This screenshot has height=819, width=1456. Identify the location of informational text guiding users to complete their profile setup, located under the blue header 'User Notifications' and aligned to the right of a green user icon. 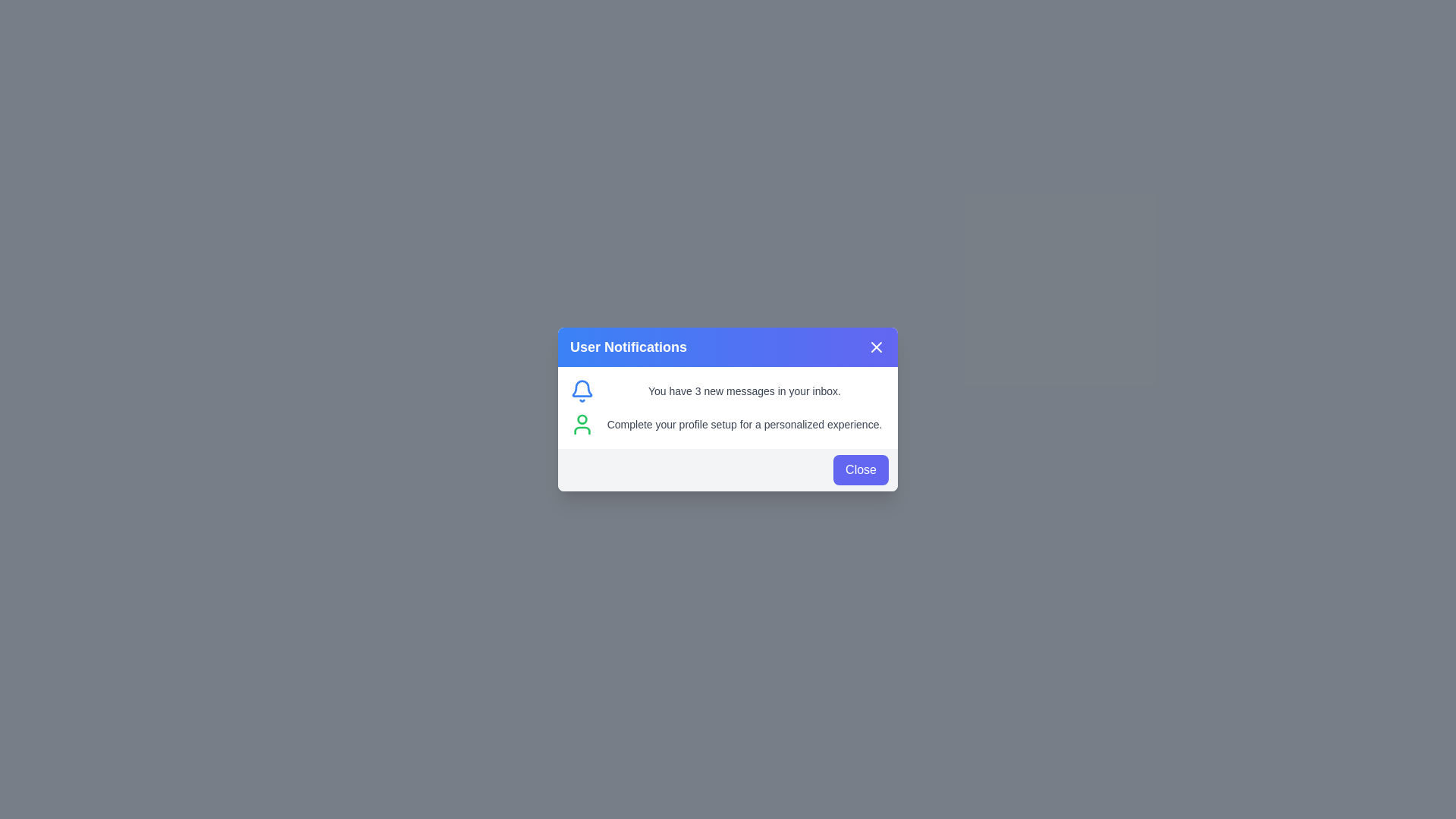
(745, 424).